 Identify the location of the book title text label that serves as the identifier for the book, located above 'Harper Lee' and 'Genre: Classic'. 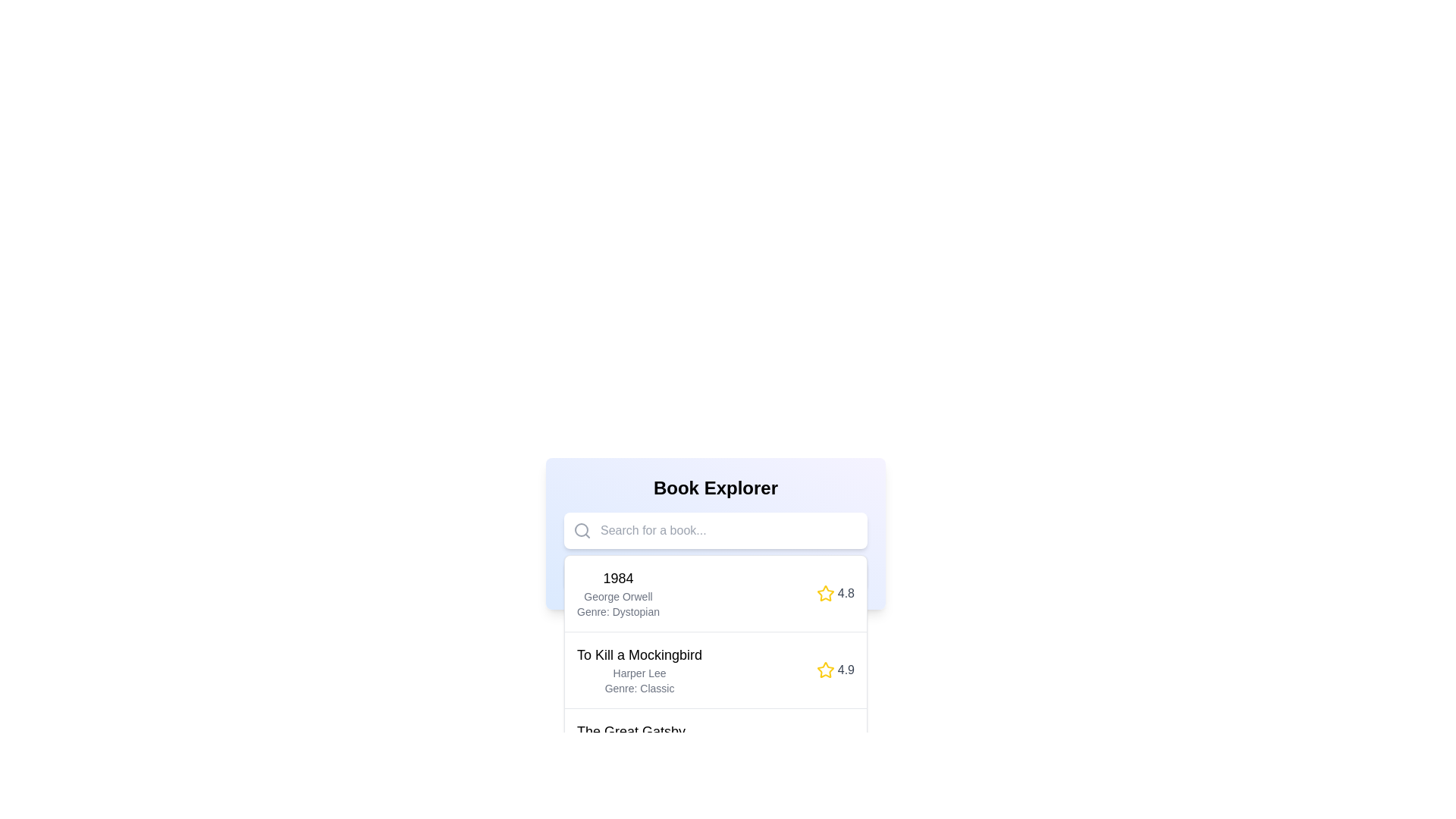
(639, 654).